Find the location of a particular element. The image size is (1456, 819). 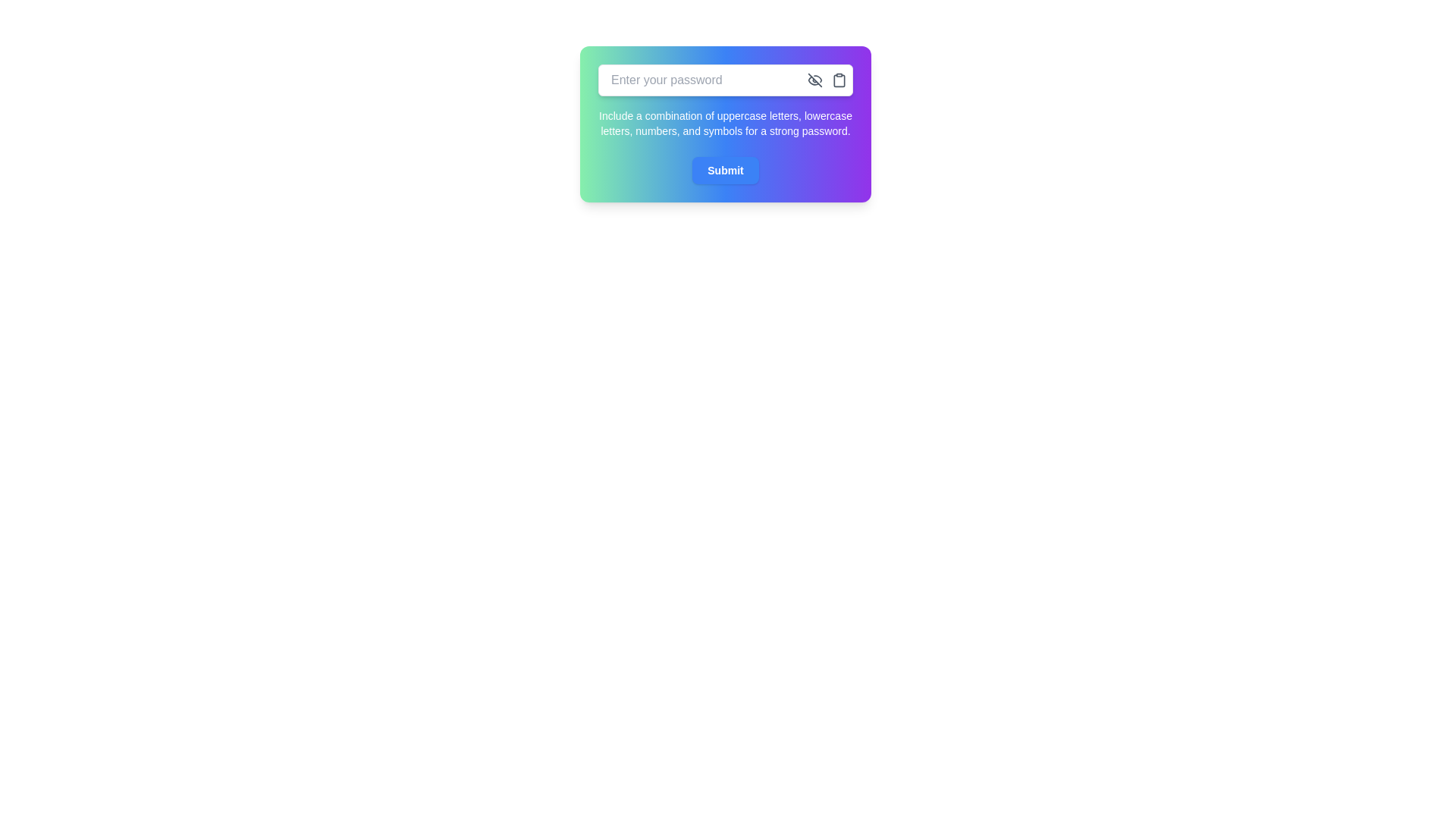

the informational text that guides users on creating a secure password, located below the password input field is located at coordinates (724, 122).